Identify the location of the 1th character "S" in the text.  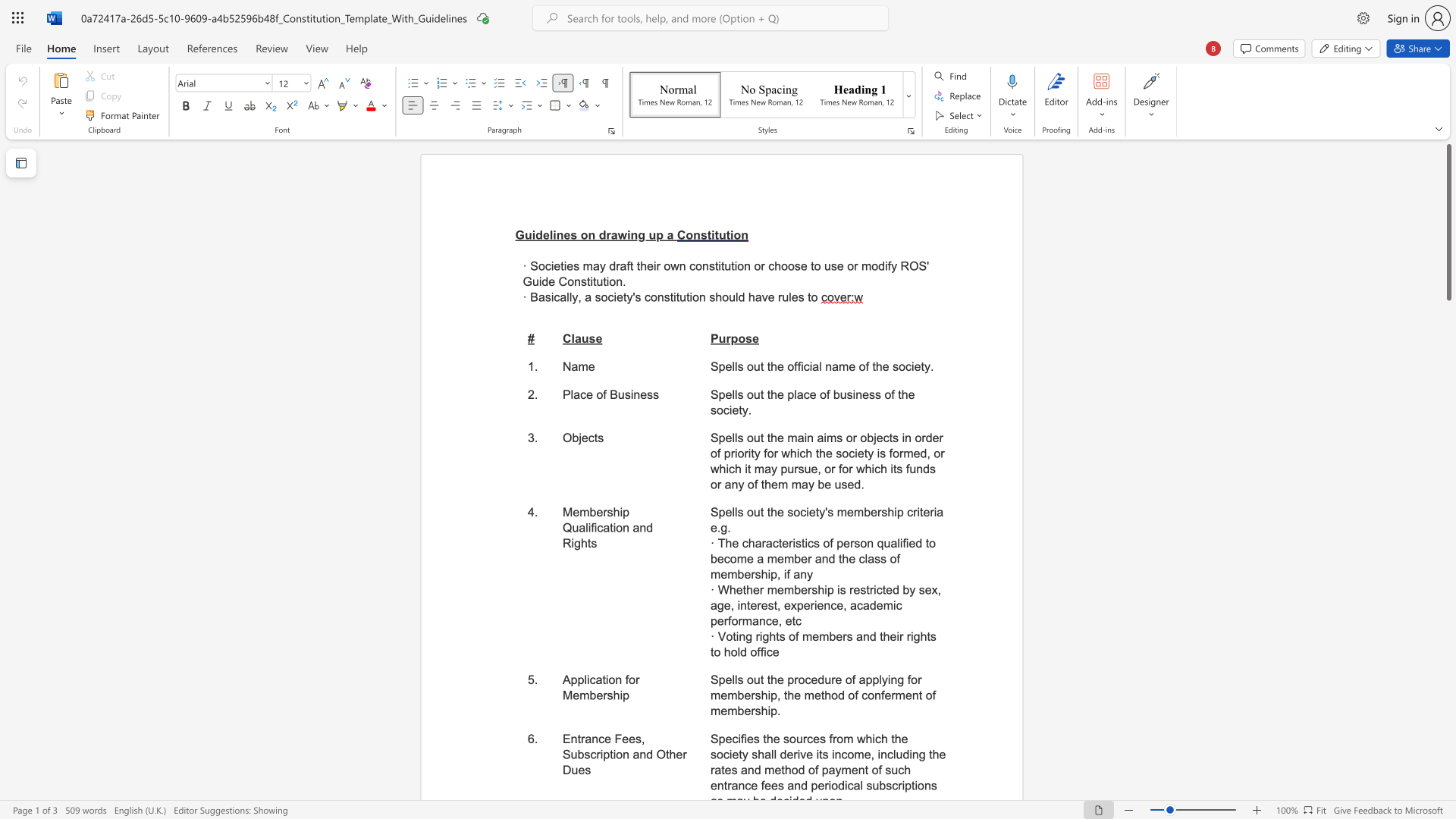
(714, 366).